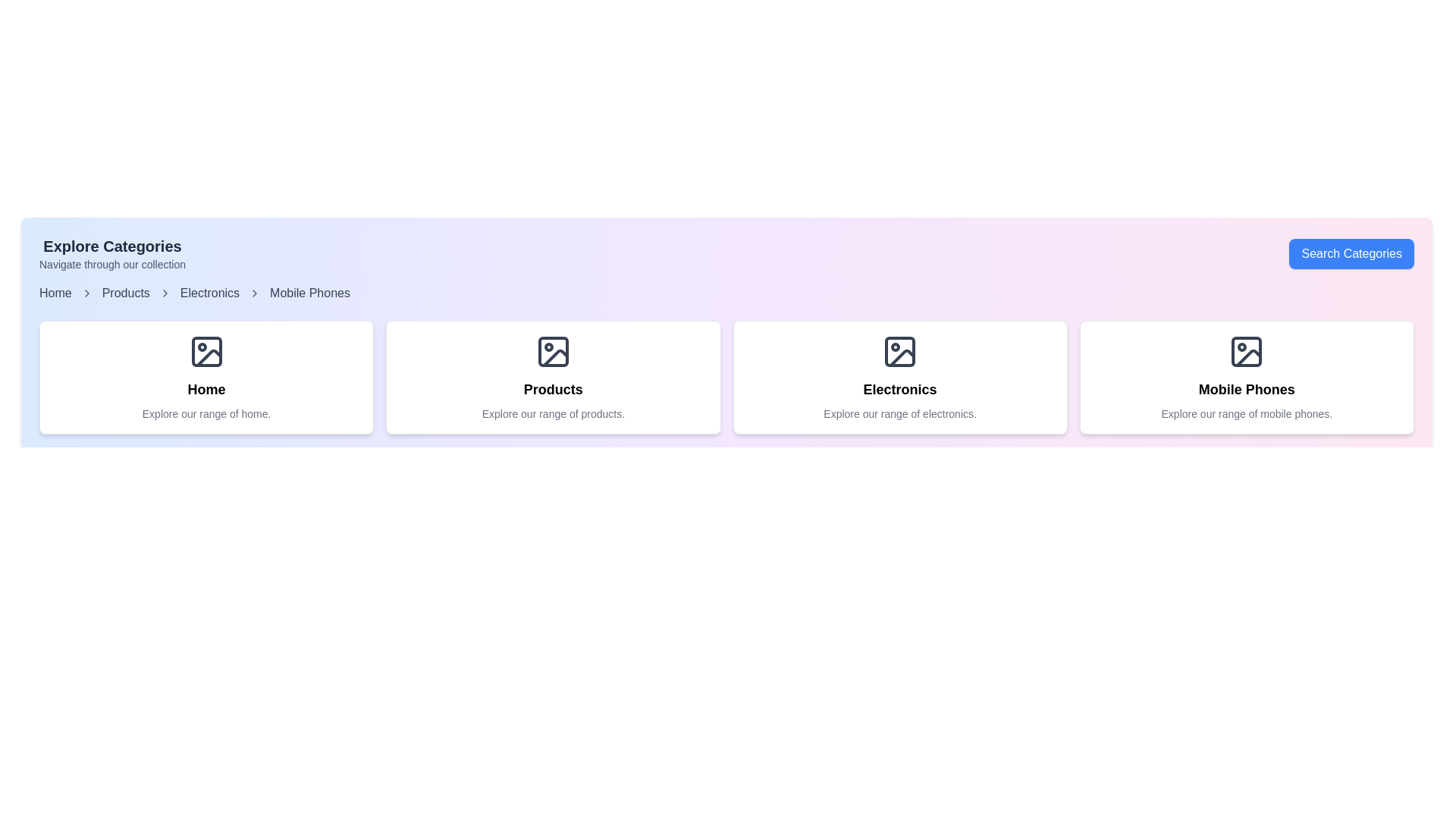  What do you see at coordinates (111, 263) in the screenshot?
I see `the supplementary information text located directly below the 'Explore Categories' heading in the upper-left section of the interface` at bounding box center [111, 263].